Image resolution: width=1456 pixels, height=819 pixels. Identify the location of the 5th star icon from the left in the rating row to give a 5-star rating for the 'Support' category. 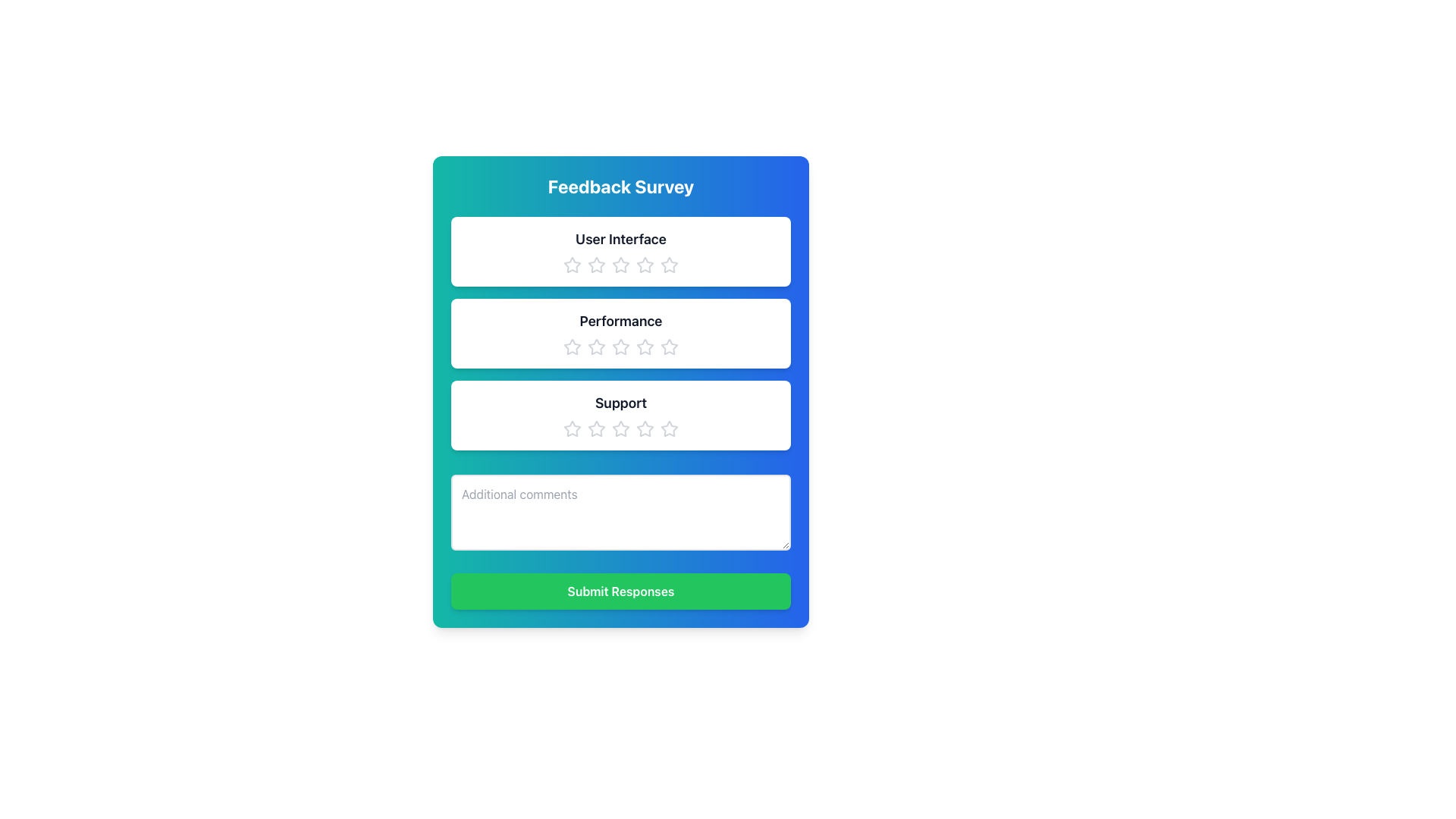
(669, 429).